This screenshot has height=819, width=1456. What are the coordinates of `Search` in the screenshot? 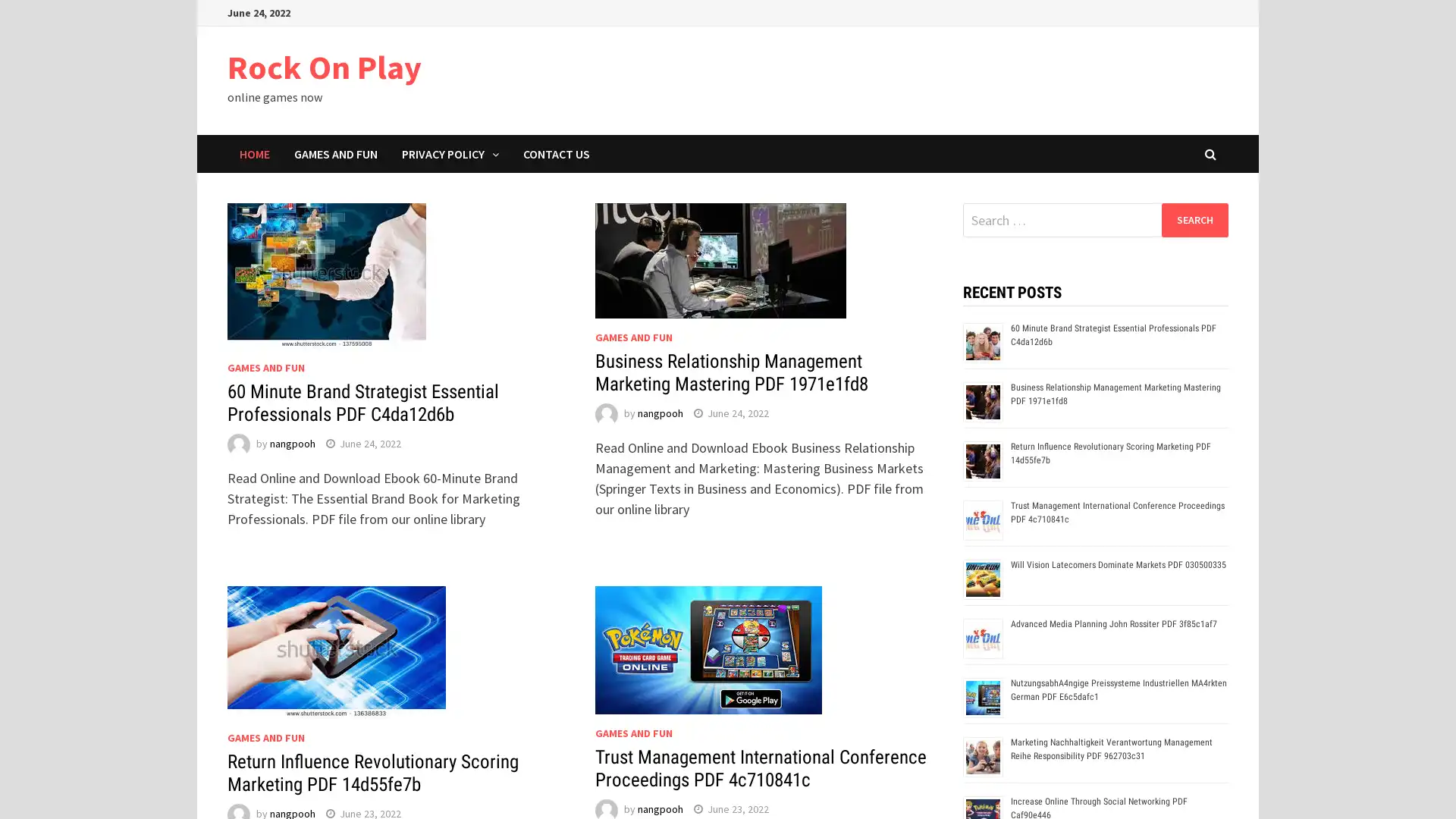 It's located at (1194, 219).